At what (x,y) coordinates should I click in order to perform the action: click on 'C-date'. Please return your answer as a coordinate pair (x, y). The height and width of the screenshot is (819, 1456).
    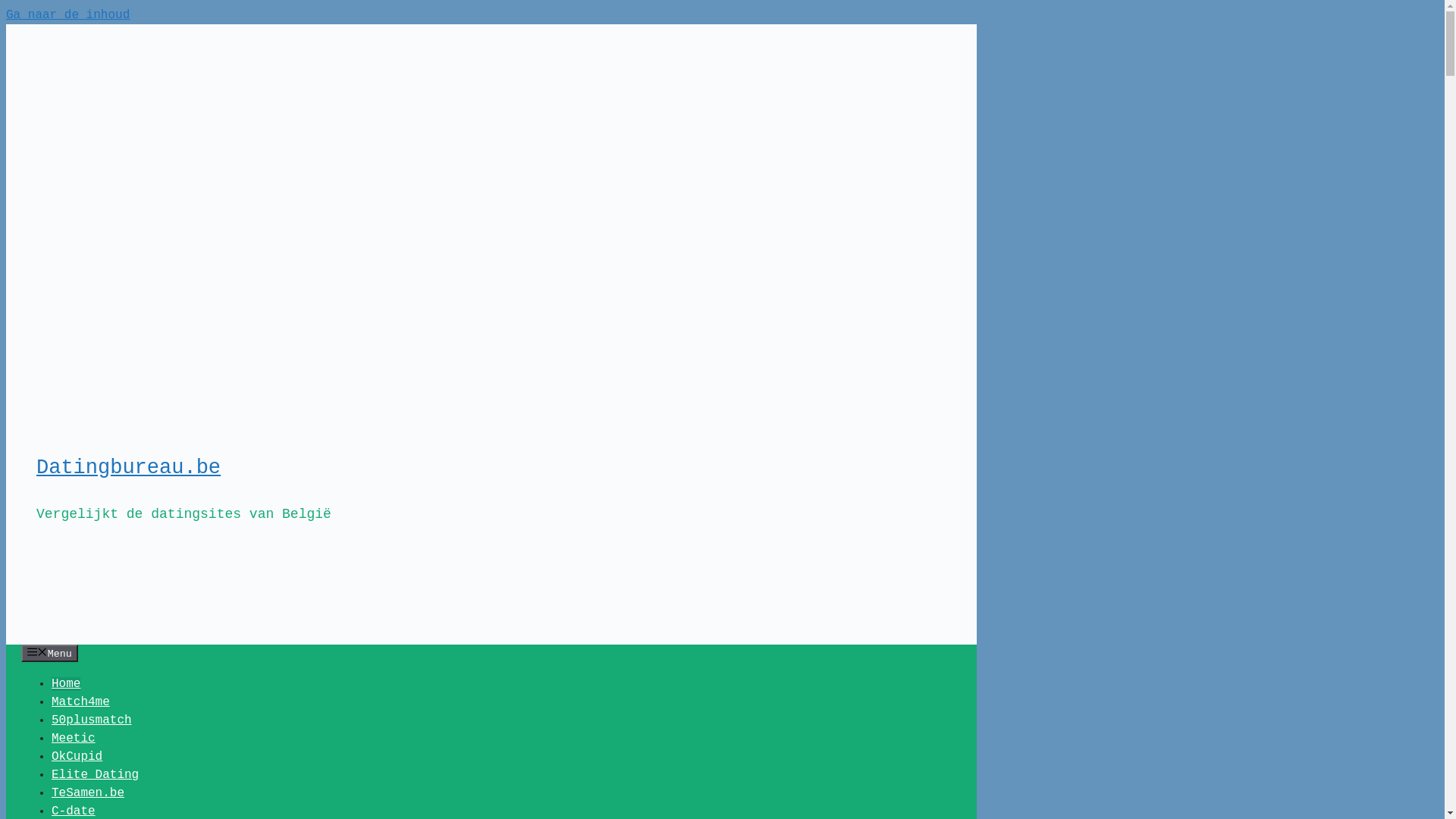
    Looking at the image, I should click on (72, 810).